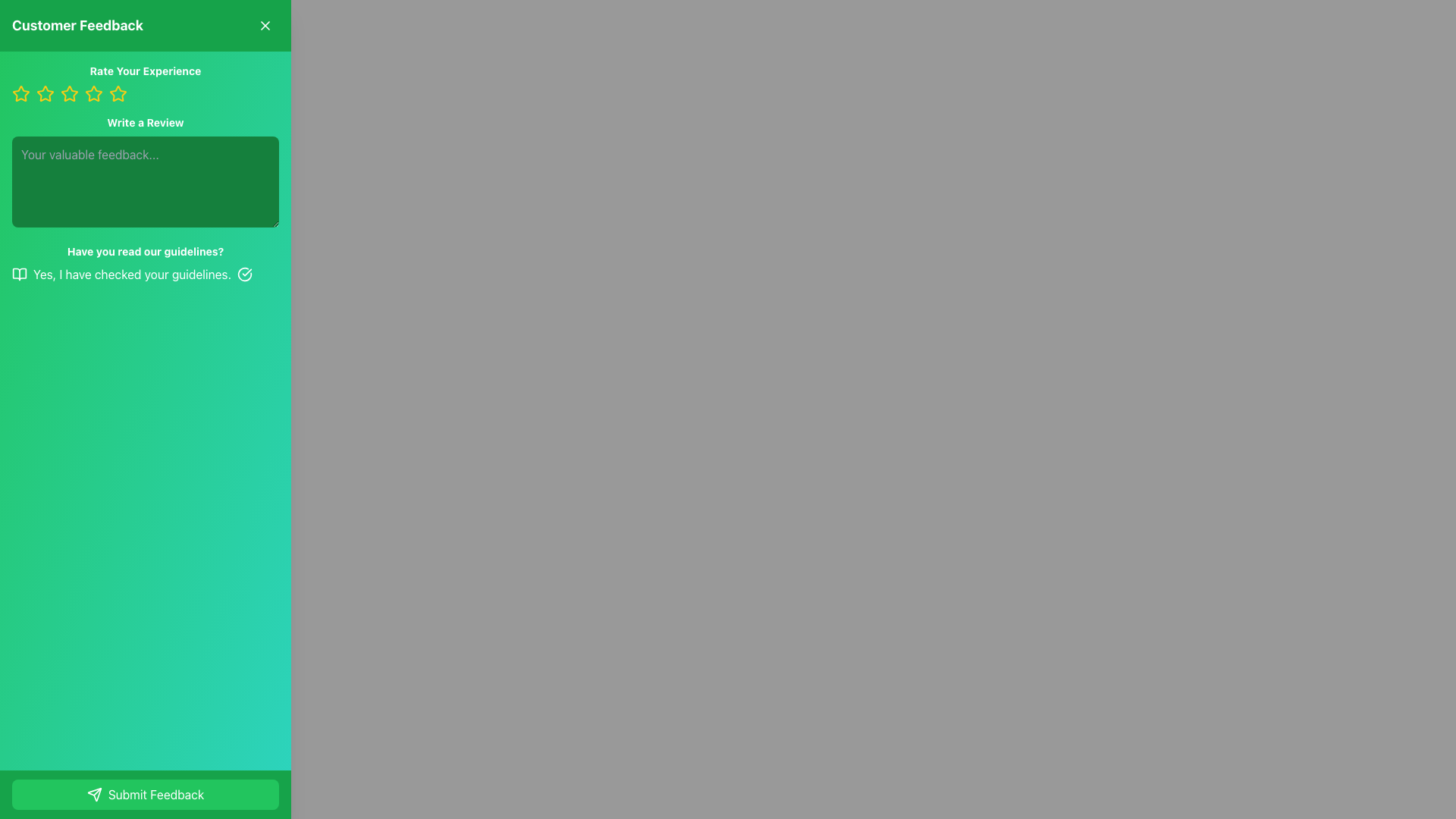 This screenshot has width=1456, height=819. I want to click on the first star-shaped icon with a yellow outline under the 'Rate Your Experience' header, so click(21, 93).